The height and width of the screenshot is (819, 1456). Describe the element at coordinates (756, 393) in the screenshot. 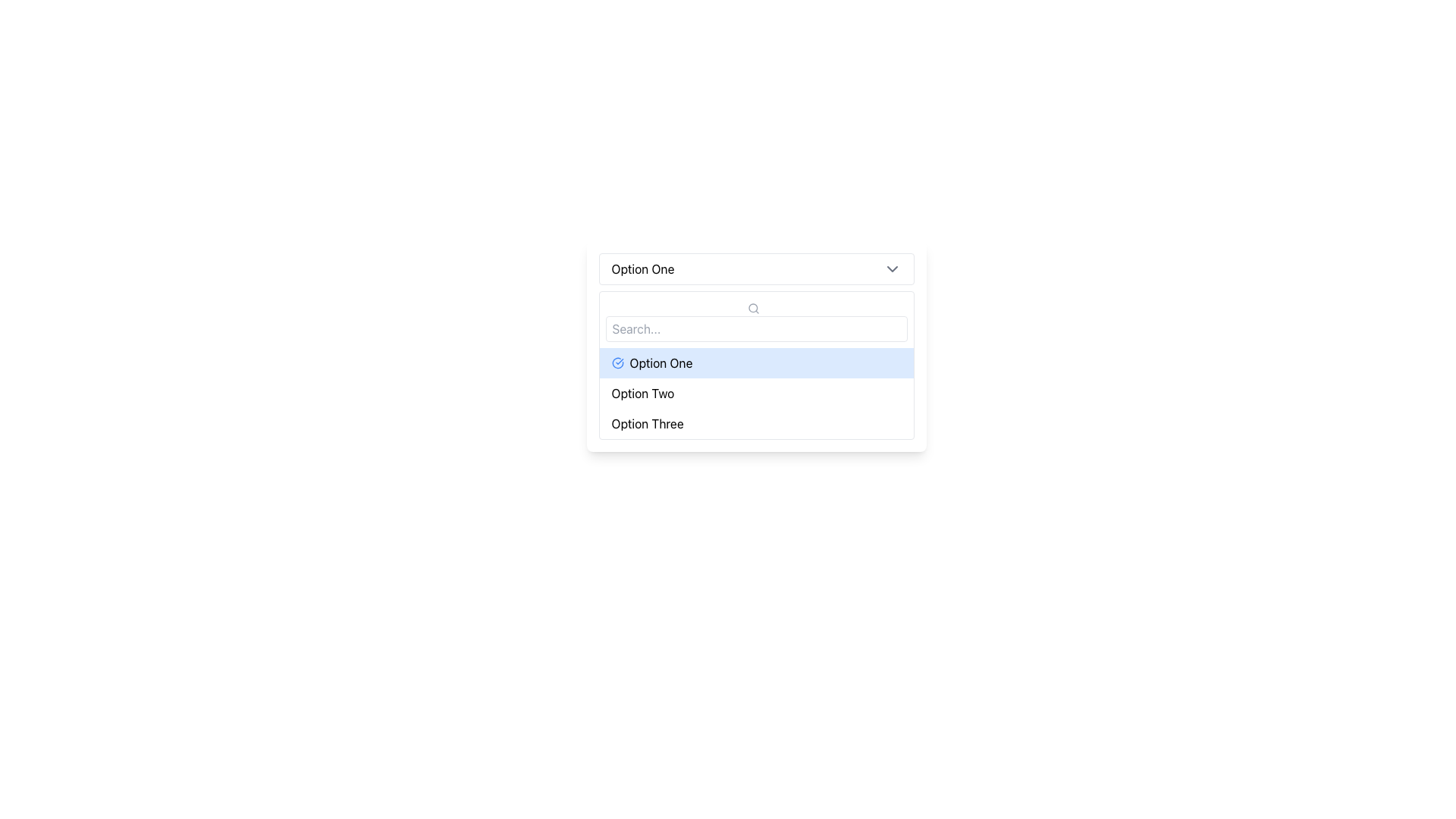

I see `the second item in the dropdown menu` at that location.